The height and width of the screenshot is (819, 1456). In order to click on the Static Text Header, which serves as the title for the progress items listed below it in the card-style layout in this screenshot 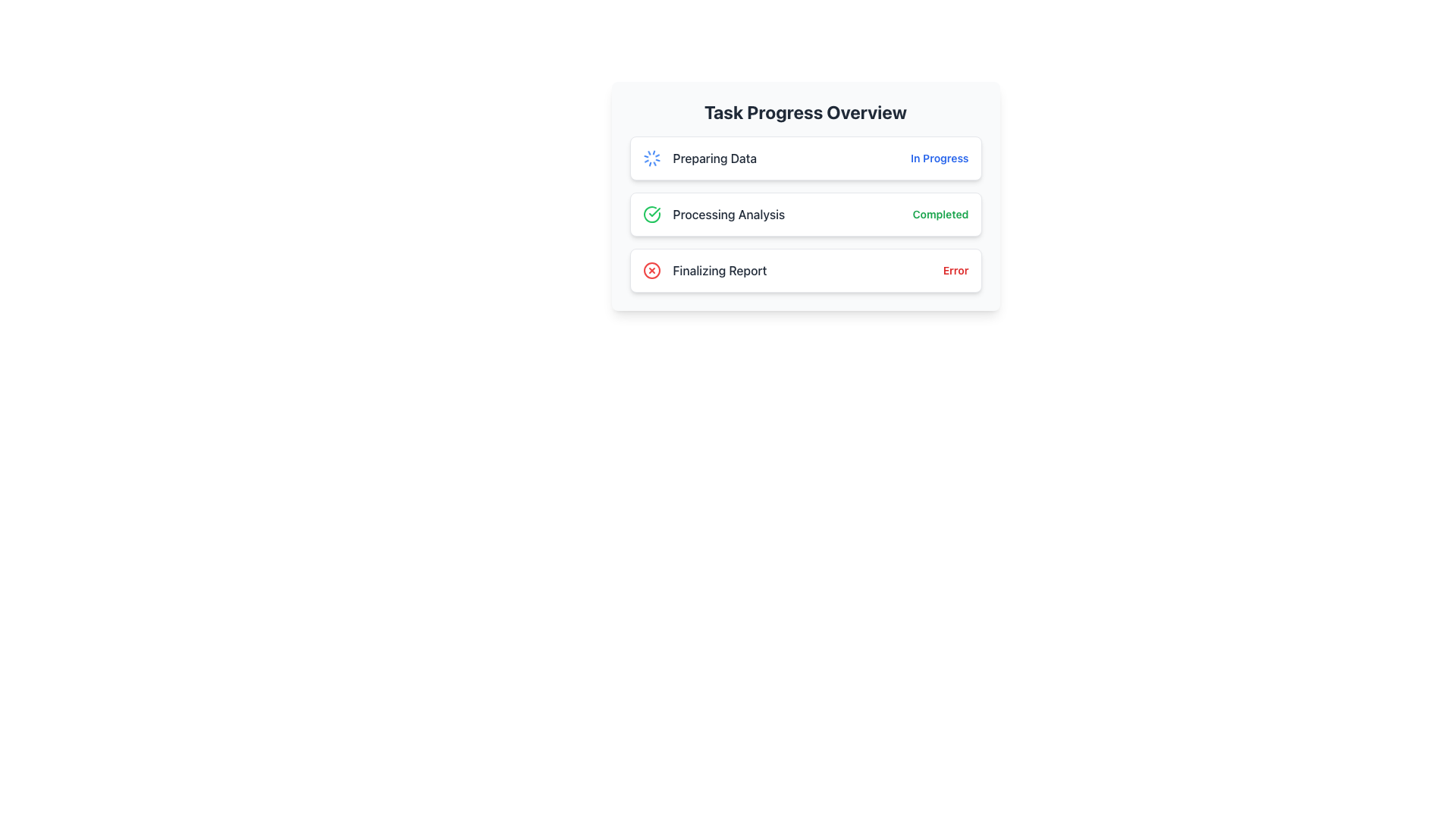, I will do `click(805, 111)`.